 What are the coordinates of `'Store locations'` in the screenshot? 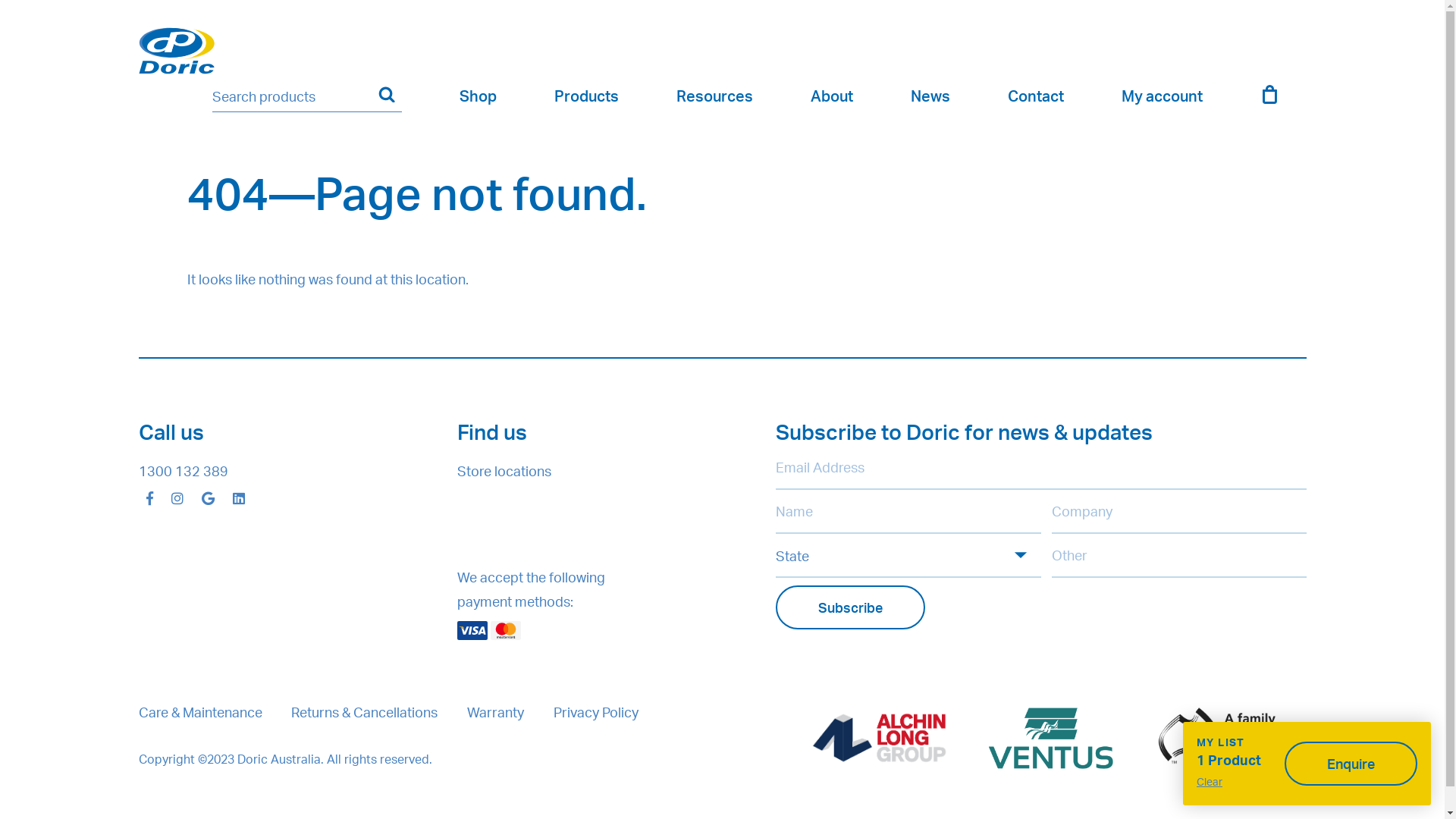 It's located at (503, 470).